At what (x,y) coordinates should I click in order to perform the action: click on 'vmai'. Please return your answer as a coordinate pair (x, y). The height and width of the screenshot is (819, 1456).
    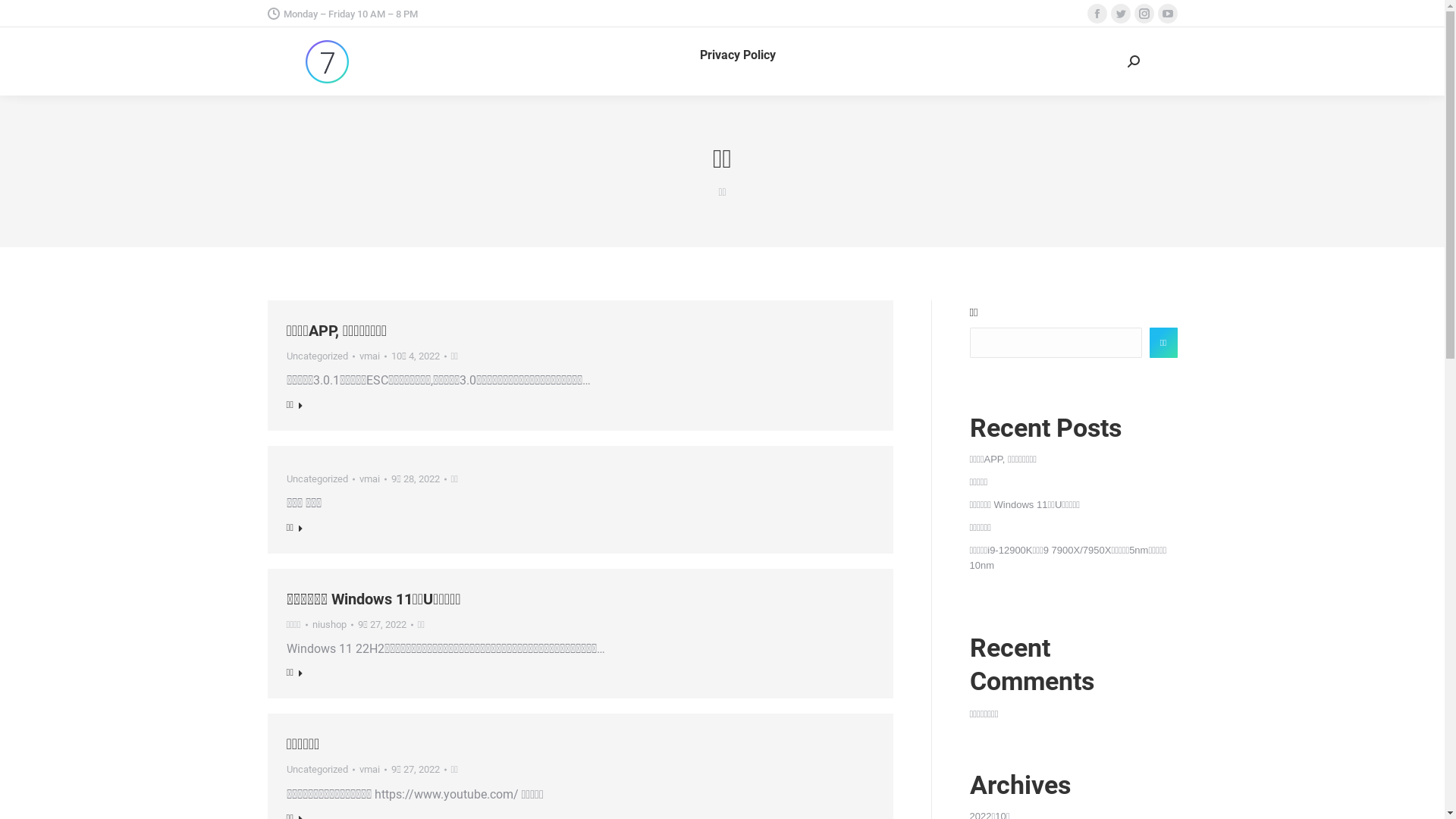
    Looking at the image, I should click on (372, 479).